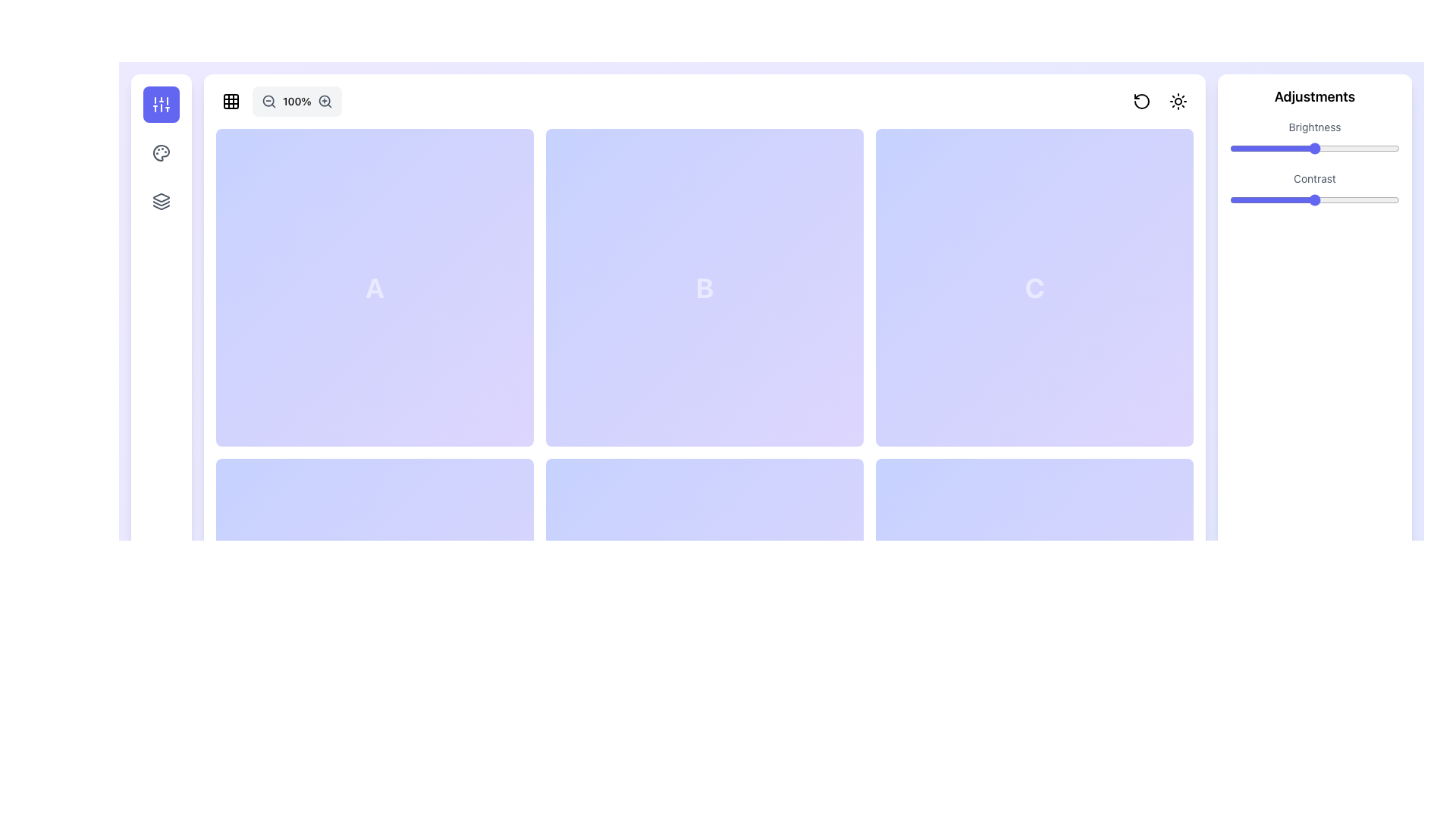 The height and width of the screenshot is (819, 1456). I want to click on the Control Panel with Sliders, which contains the 'Brightness' and 'Contrast' labels along with their respective sliders, so click(1313, 165).